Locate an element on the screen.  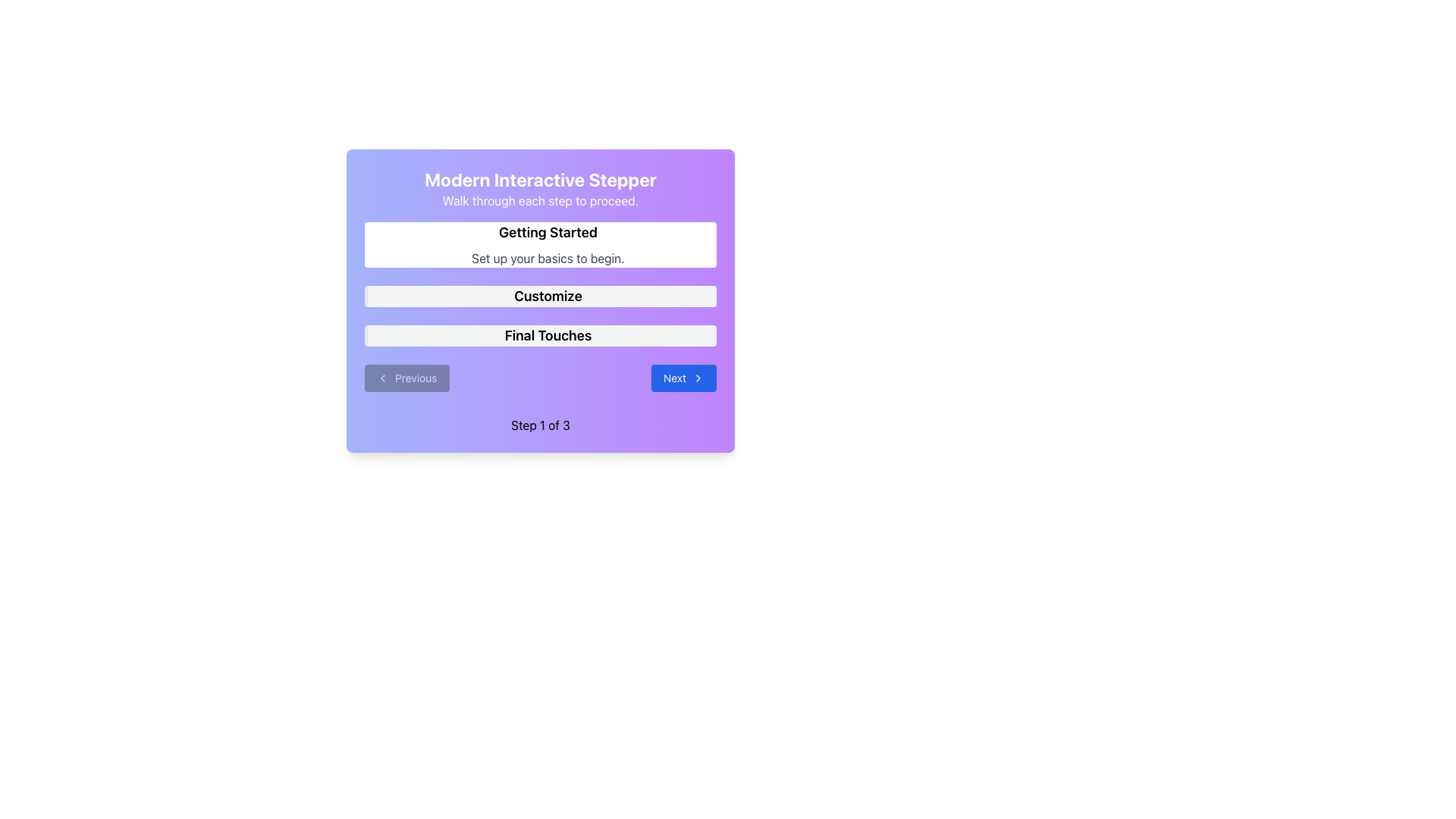
the 'Customize' button, which is the second step button in a vertical layout is located at coordinates (541, 301).